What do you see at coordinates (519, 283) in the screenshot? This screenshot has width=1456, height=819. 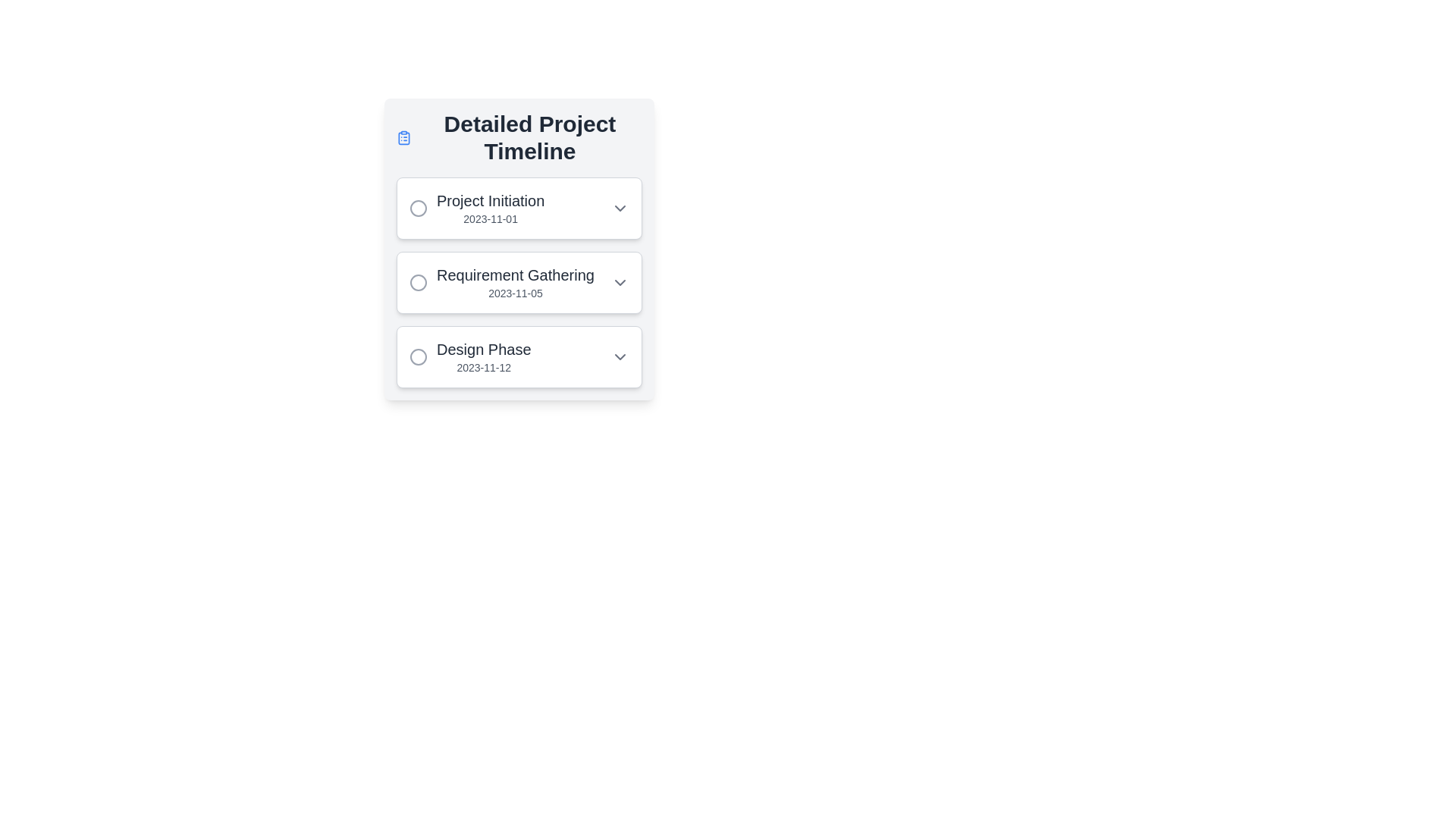 I see `the 'Requirement Gathering' project phase entry` at bounding box center [519, 283].